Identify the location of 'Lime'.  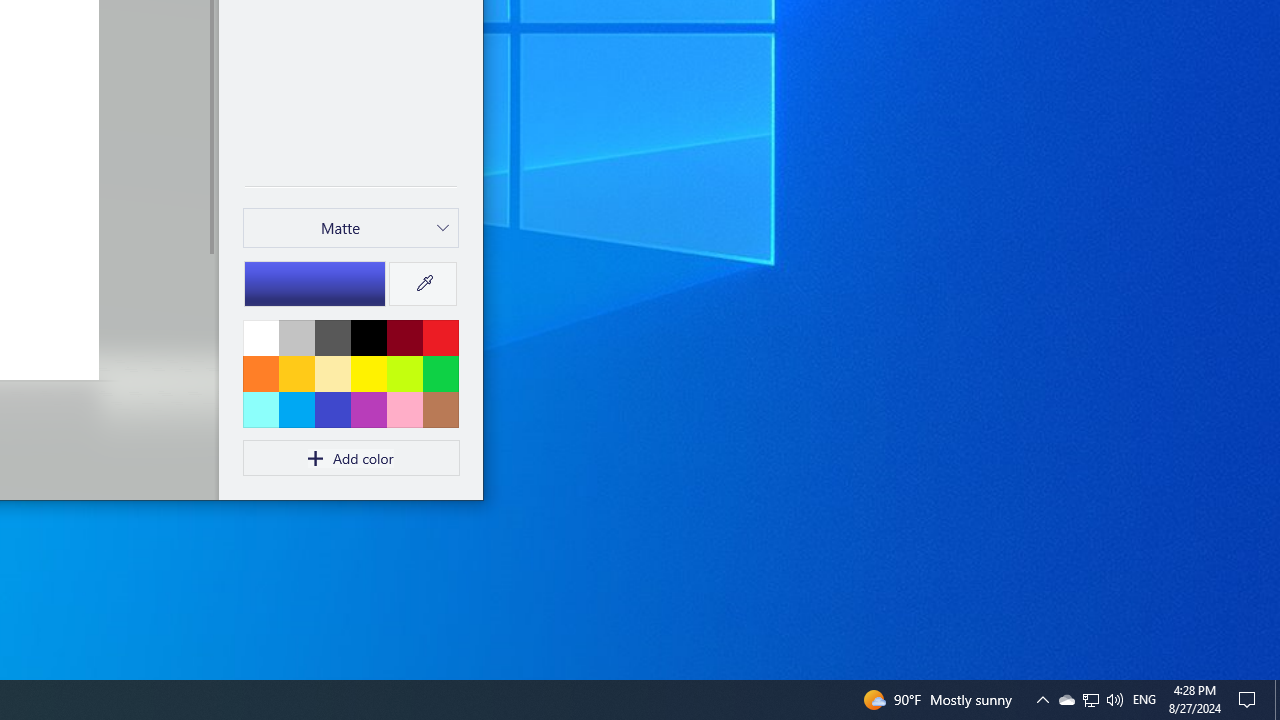
(403, 373).